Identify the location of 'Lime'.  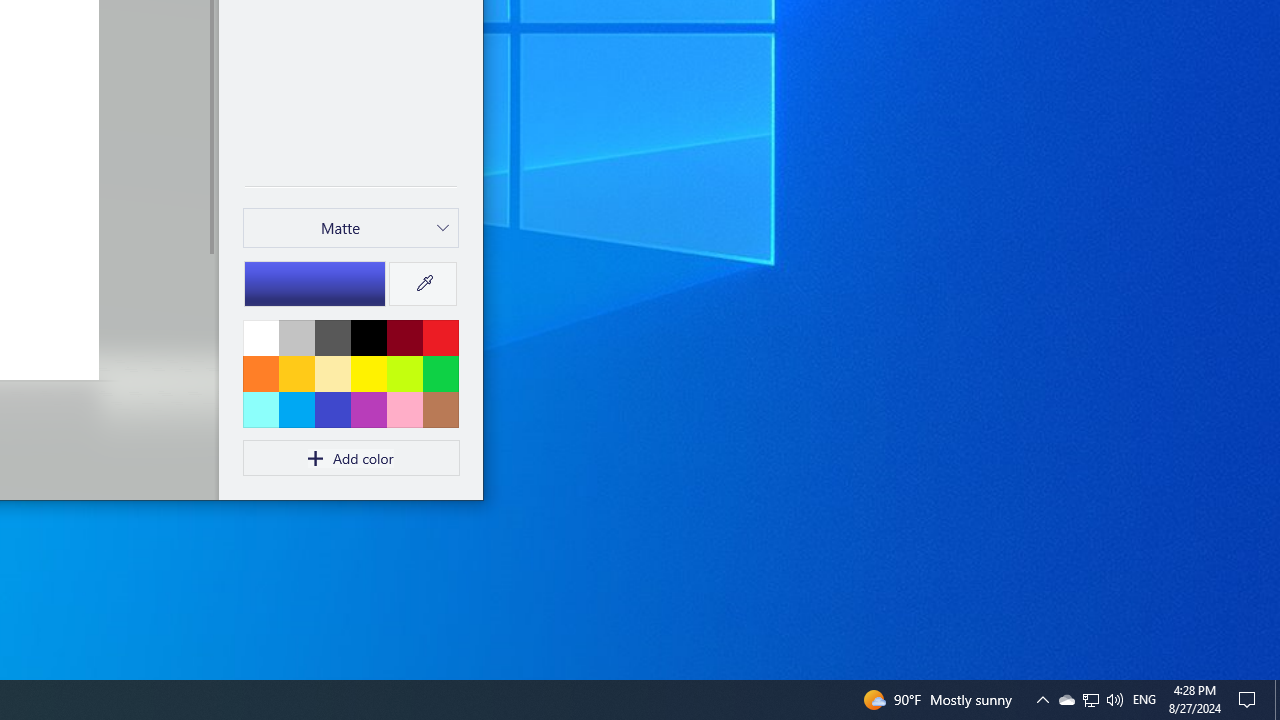
(403, 373).